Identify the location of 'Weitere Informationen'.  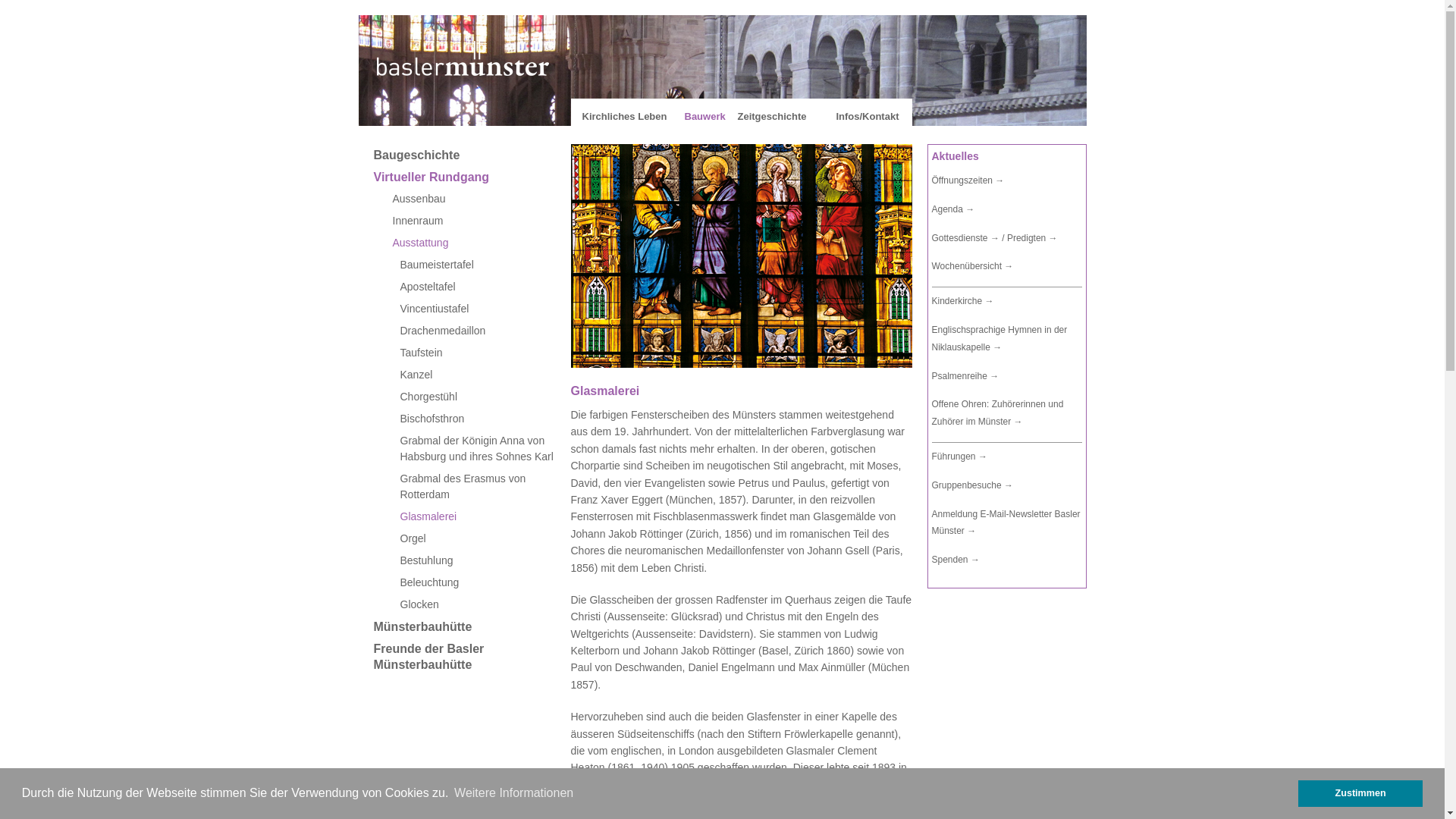
(513, 792).